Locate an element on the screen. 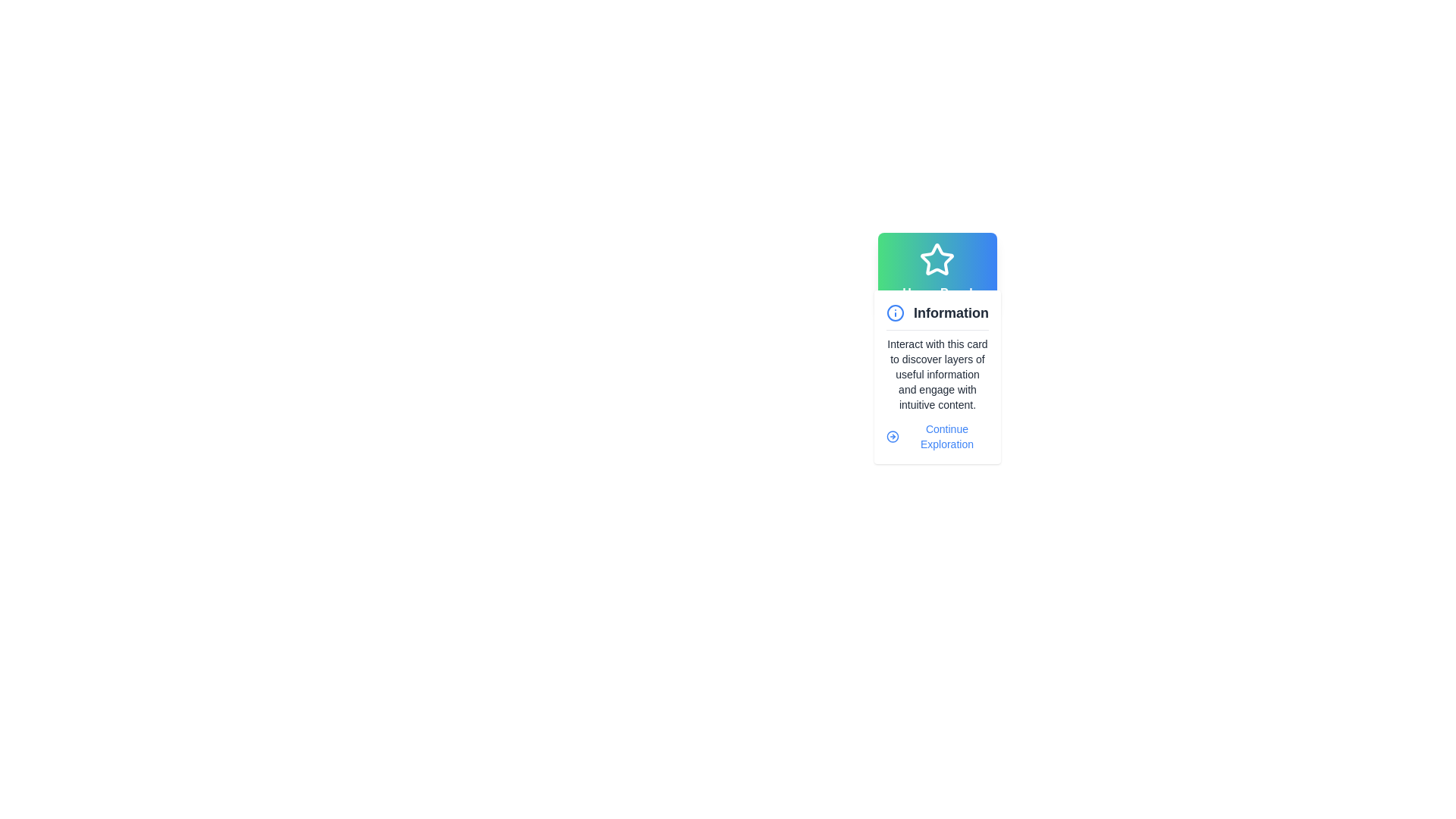 Image resolution: width=1456 pixels, height=819 pixels. the icon located to the left of the 'Continue Exploration' text element is located at coordinates (893, 436).